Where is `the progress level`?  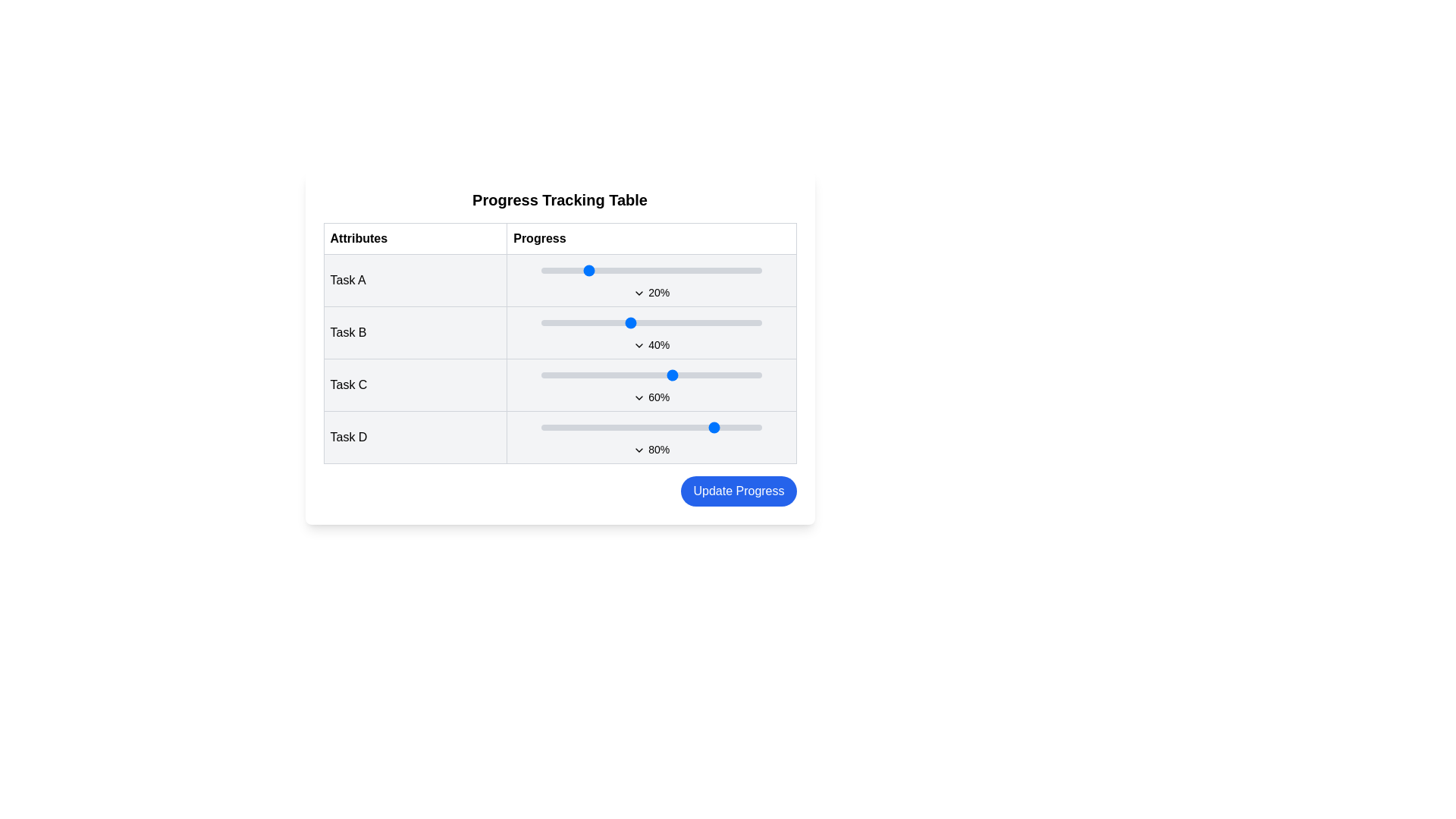
the progress level is located at coordinates (569, 375).